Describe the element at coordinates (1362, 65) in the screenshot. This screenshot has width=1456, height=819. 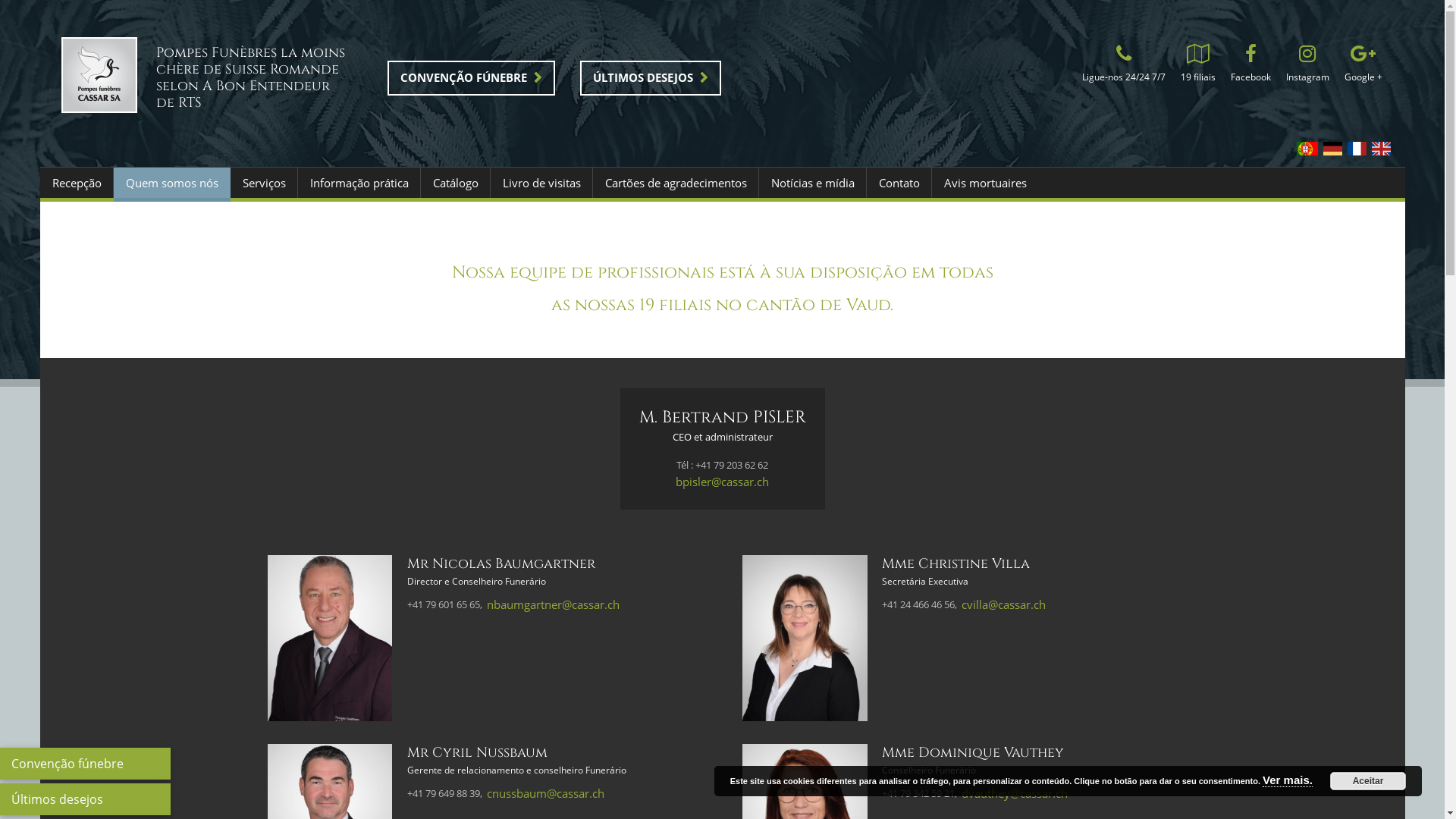
I see `'Google +'` at that location.